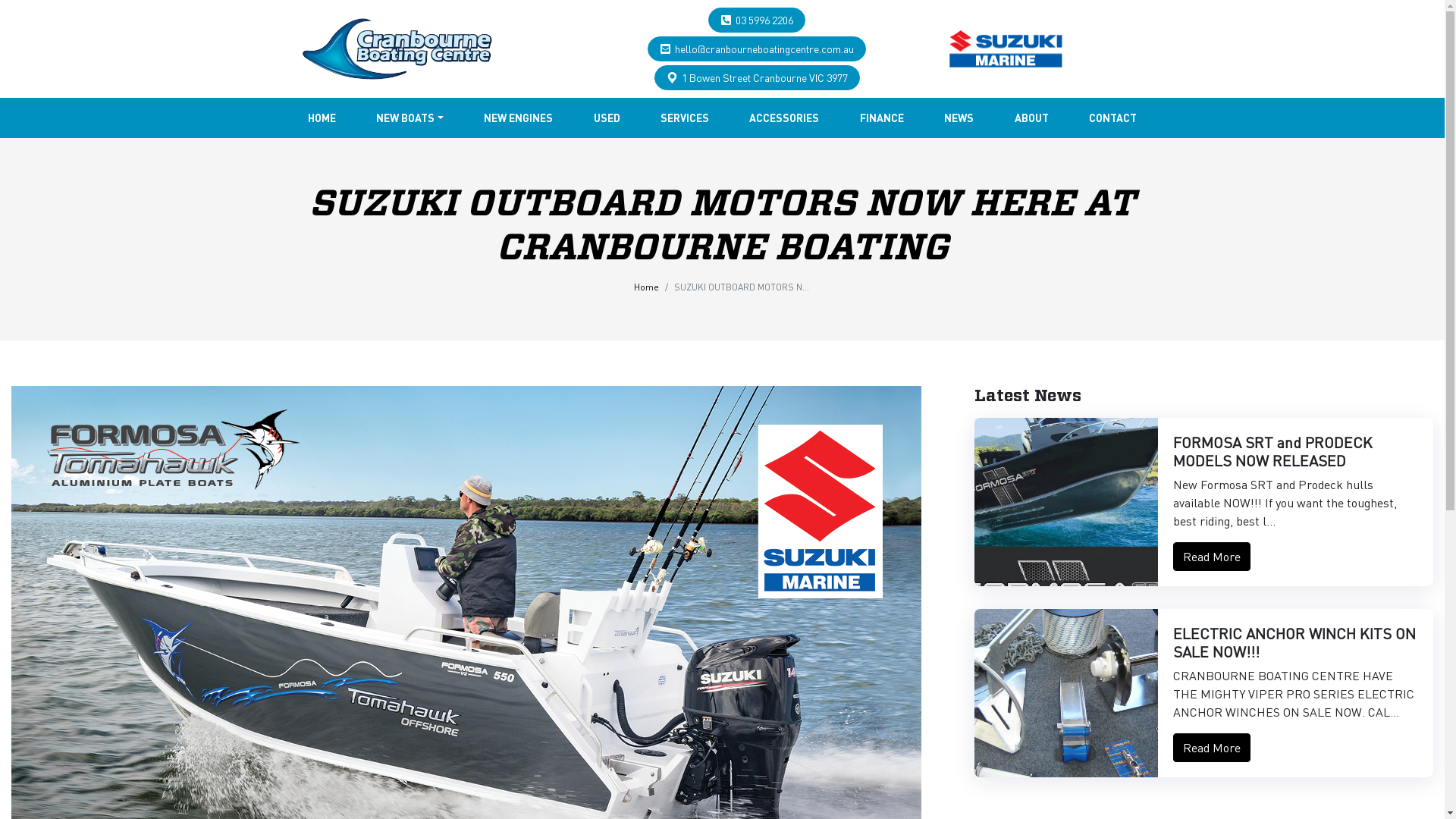 The image size is (1456, 819). I want to click on 'NEW BOATS', so click(409, 117).